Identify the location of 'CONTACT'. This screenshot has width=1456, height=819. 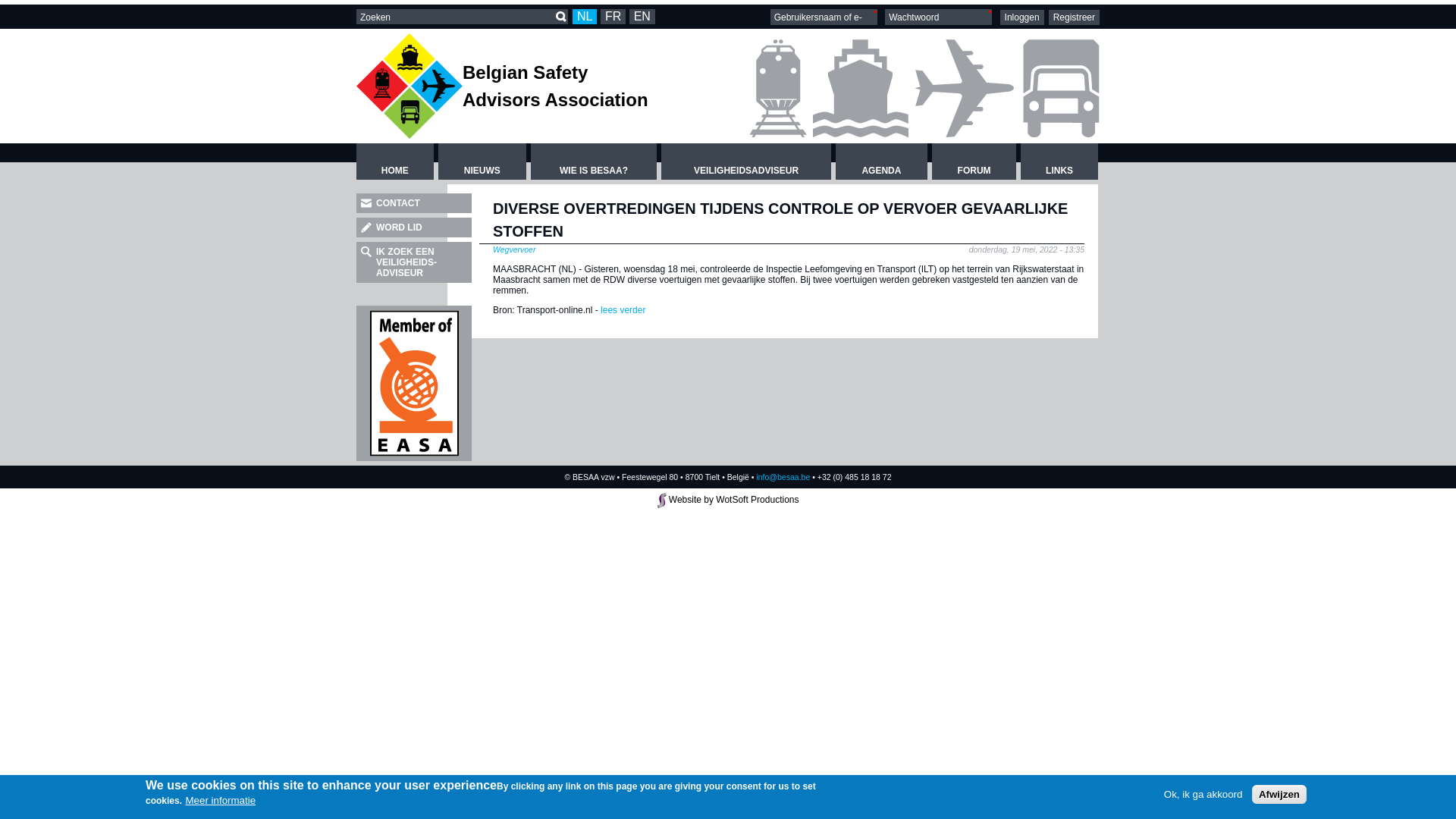
(414, 202).